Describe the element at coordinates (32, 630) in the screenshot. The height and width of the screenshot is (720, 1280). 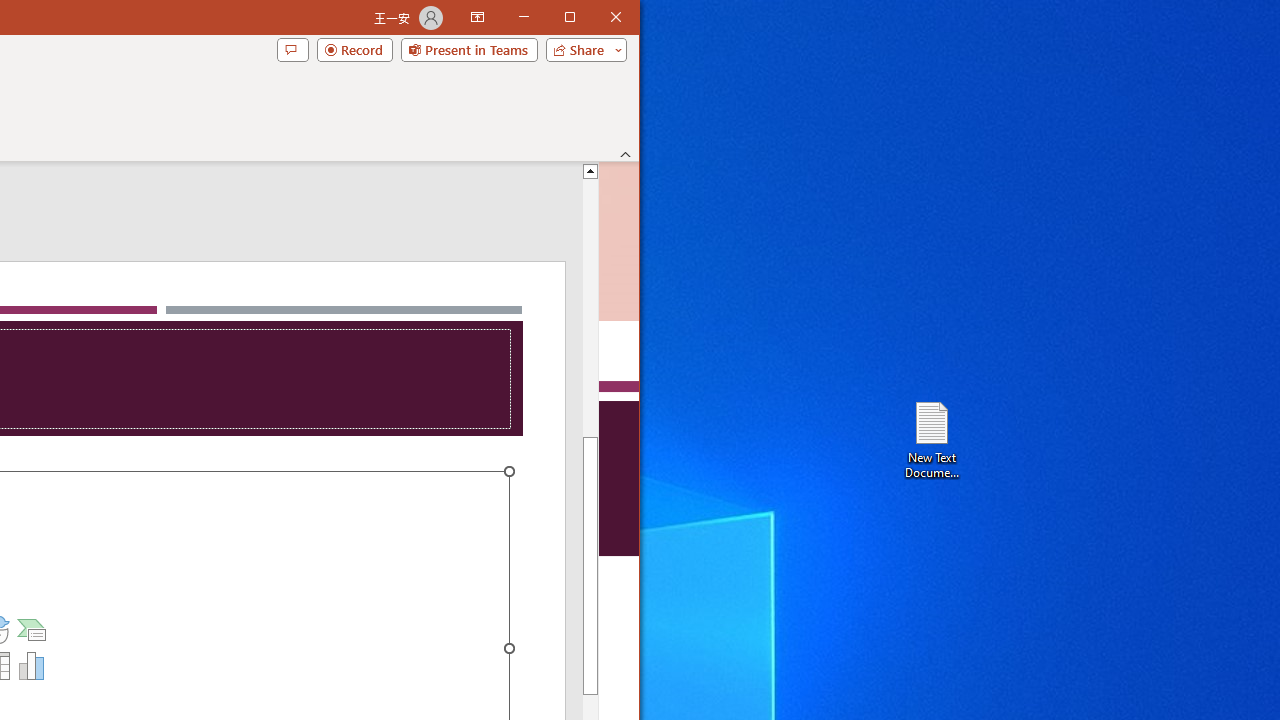
I see `'Insert a SmartArt Graphic'` at that location.